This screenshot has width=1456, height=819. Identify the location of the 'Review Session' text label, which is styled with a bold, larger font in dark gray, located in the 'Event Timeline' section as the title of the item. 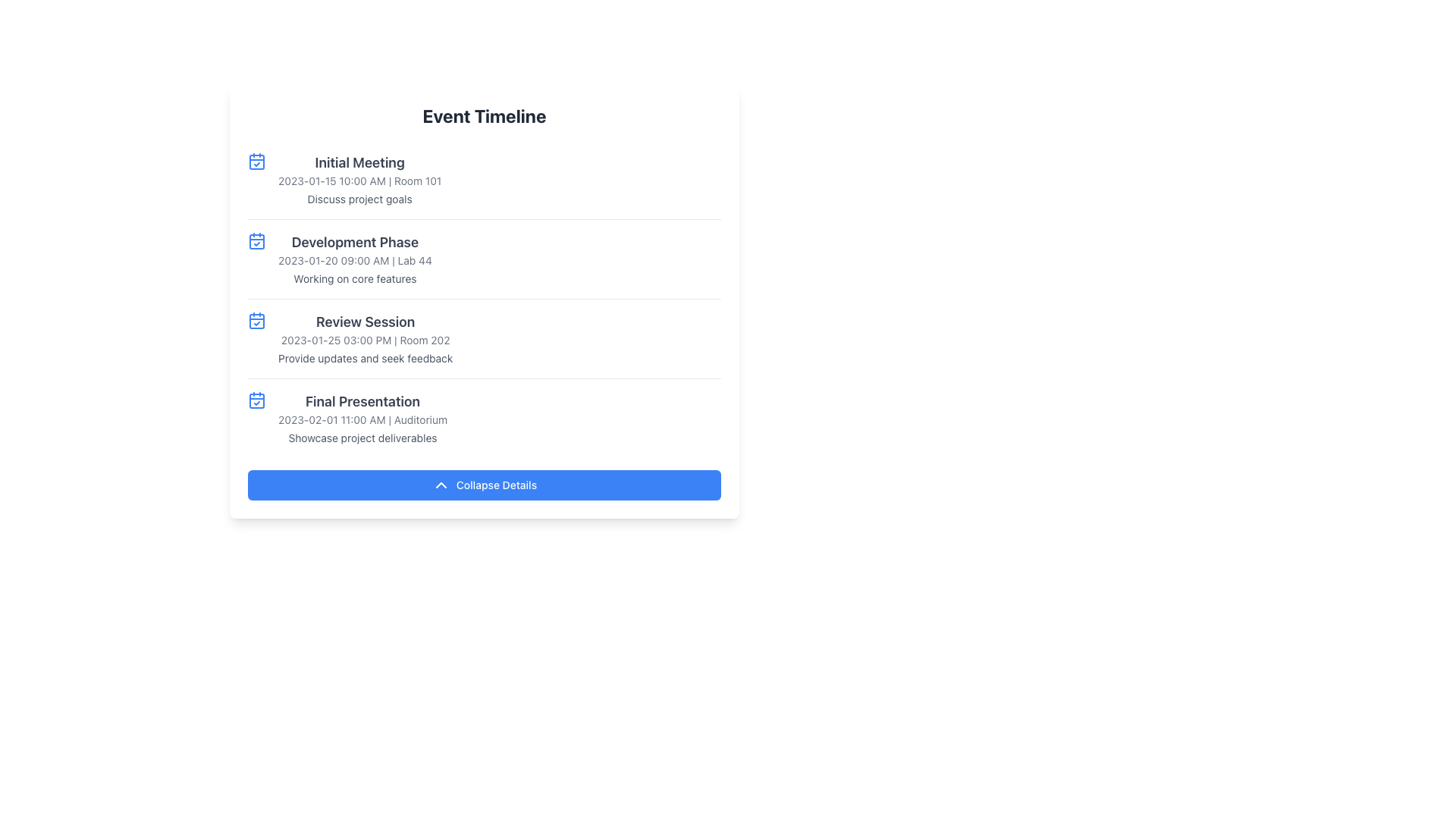
(366, 321).